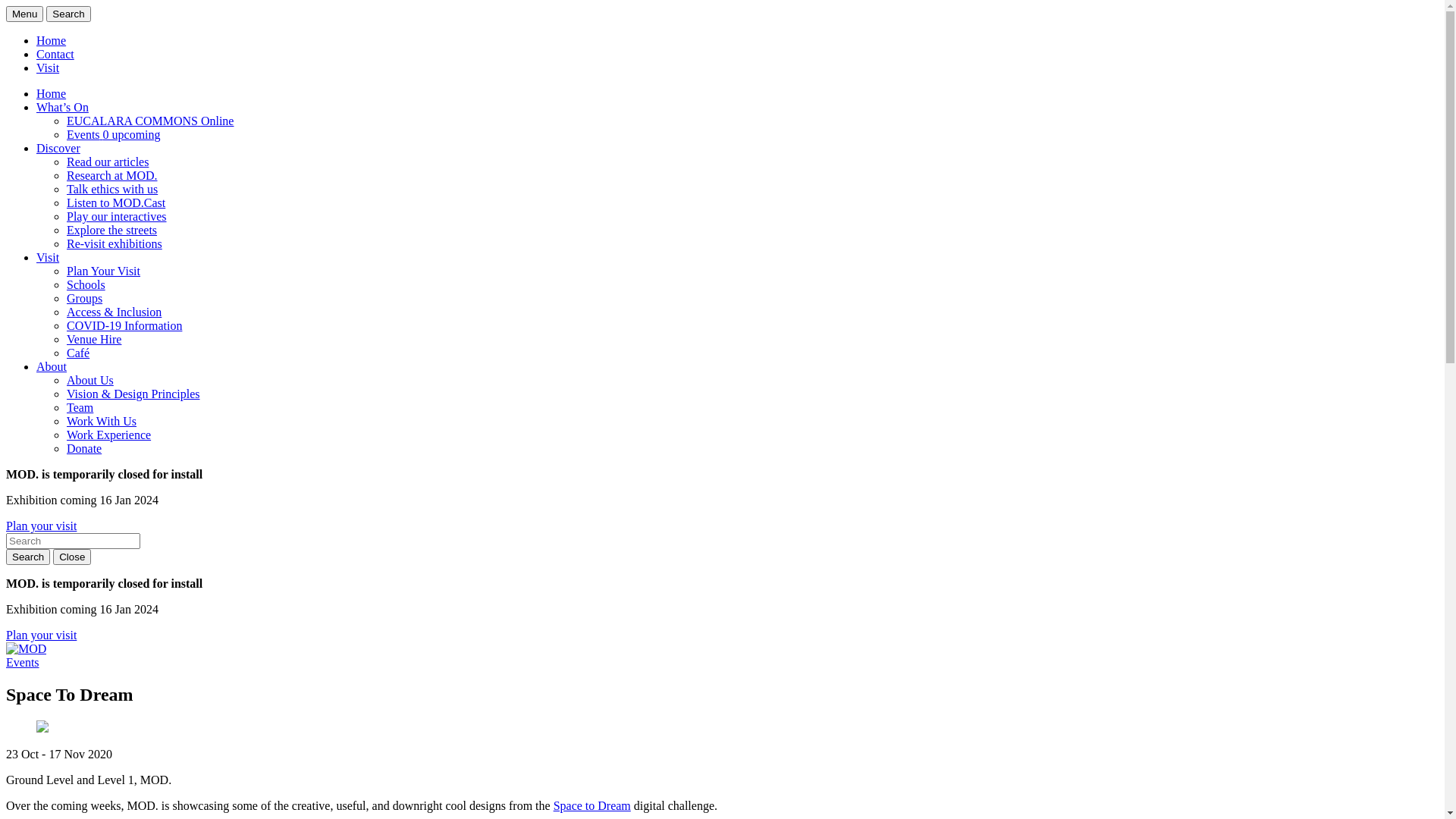  Describe the element at coordinates (51, 93) in the screenshot. I see `'Home'` at that location.